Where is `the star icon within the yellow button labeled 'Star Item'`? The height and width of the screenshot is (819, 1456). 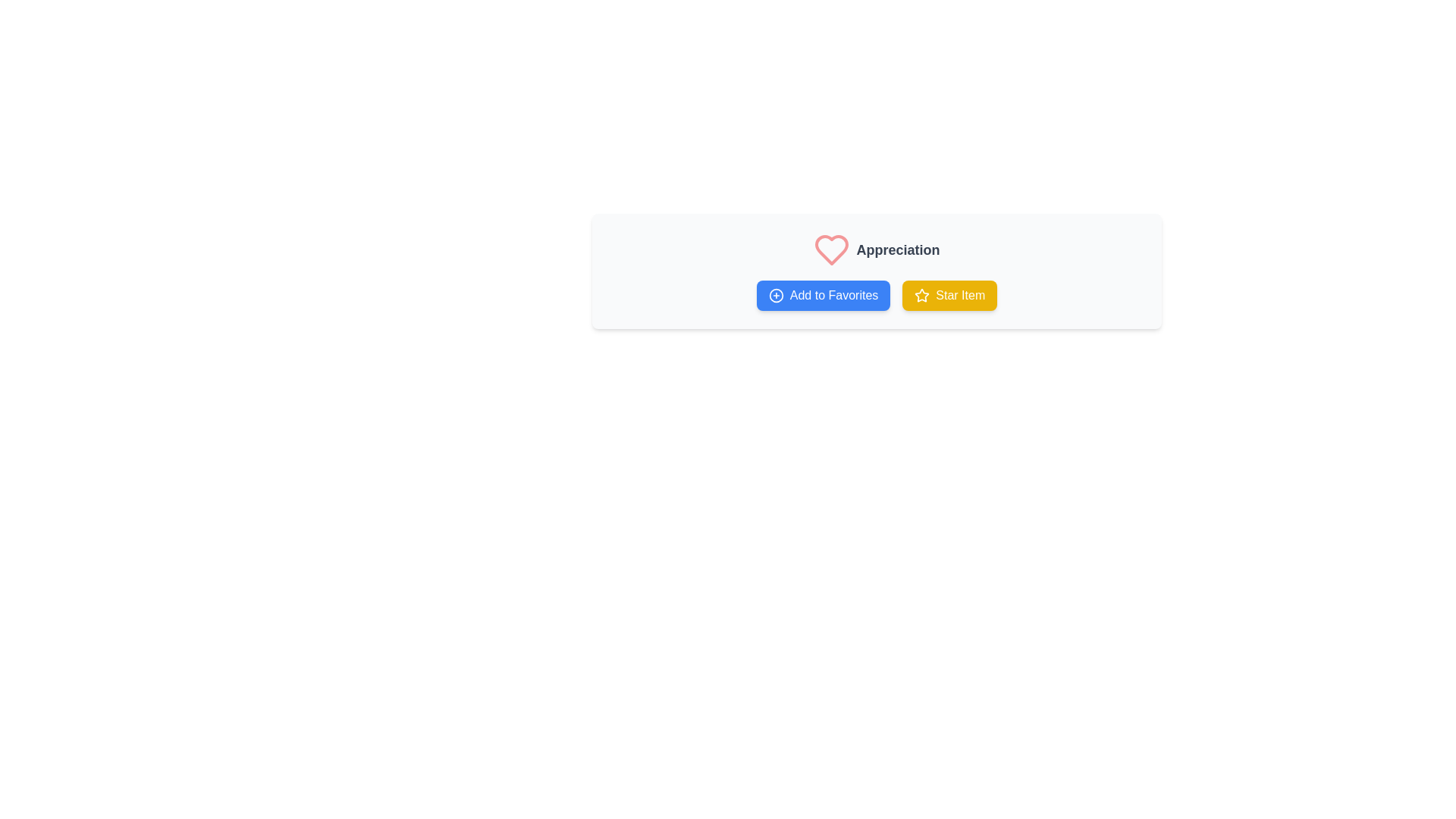 the star icon within the yellow button labeled 'Star Item' is located at coordinates (921, 295).